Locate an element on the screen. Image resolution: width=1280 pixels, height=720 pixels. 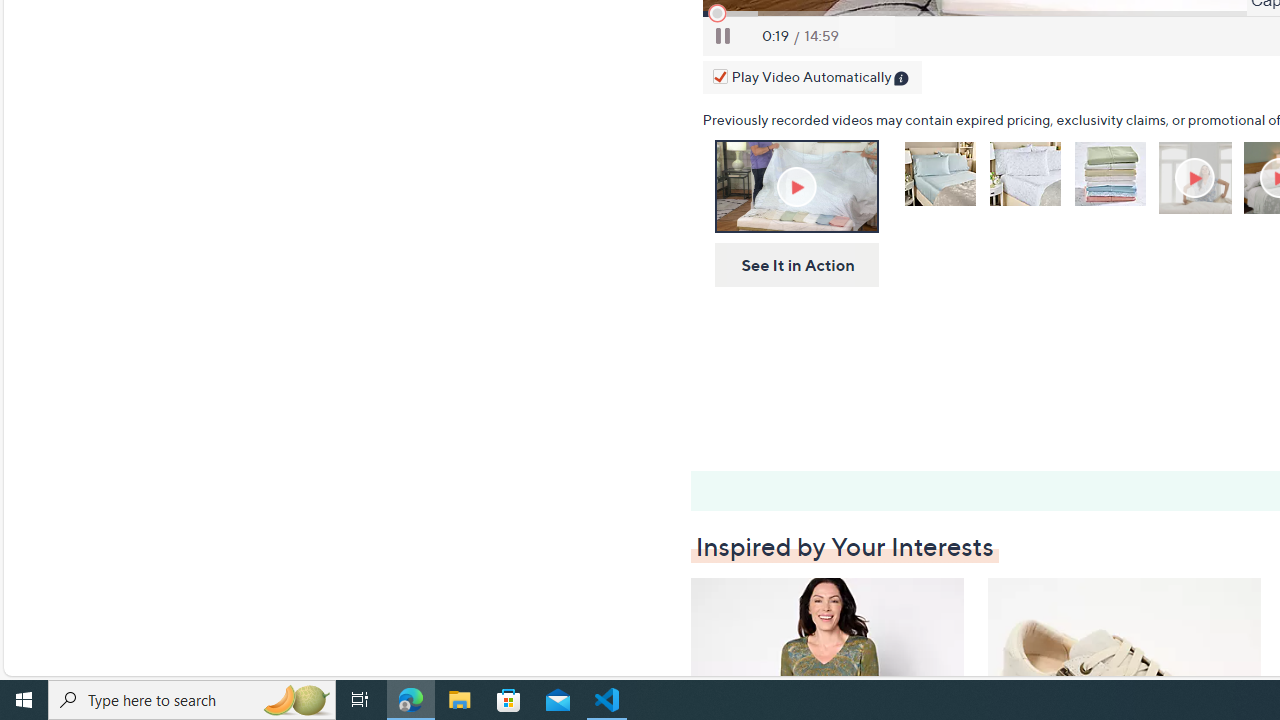
'See It in Action' is located at coordinates (789, 264).